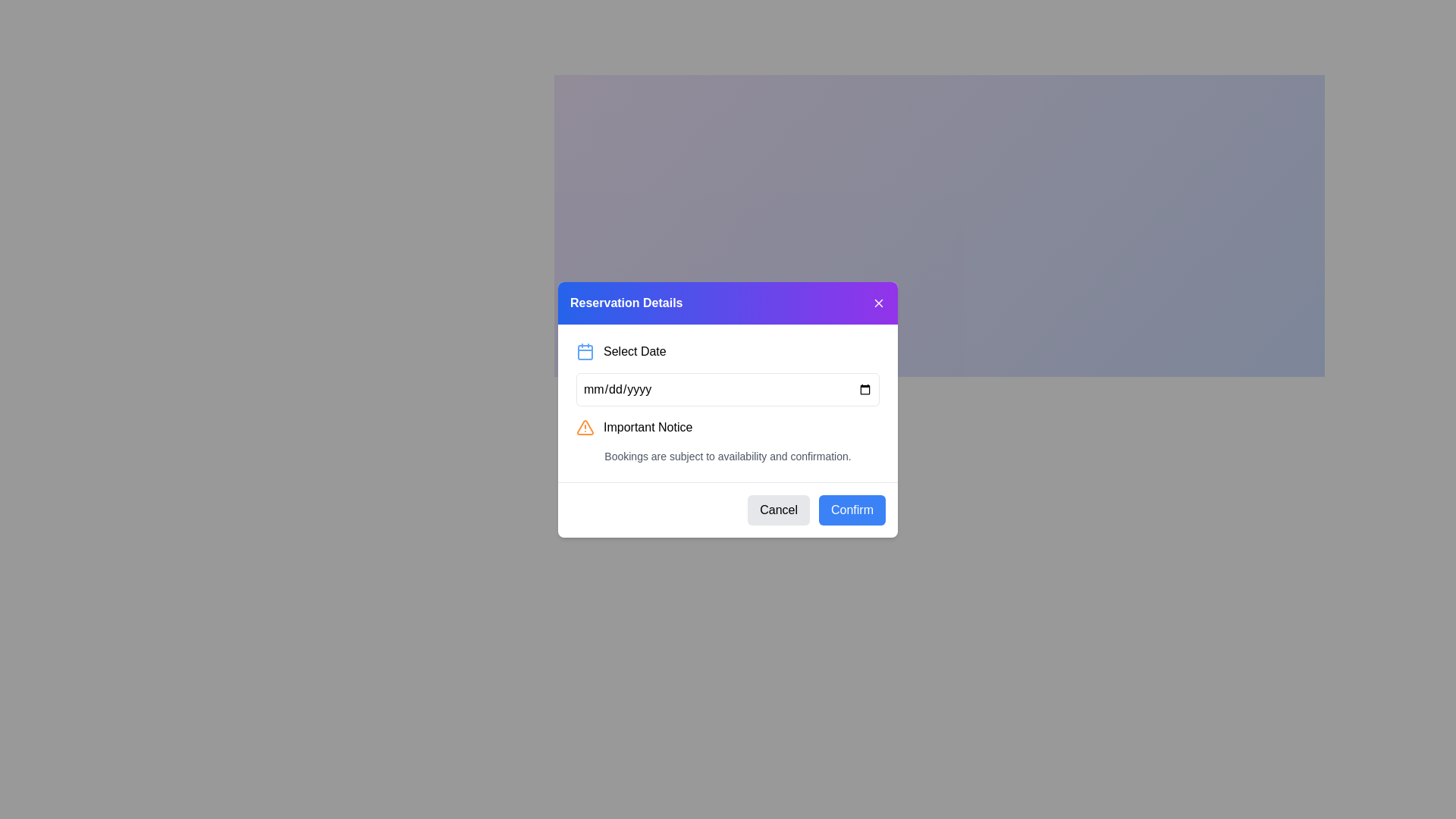 Image resolution: width=1456 pixels, height=819 pixels. Describe the element at coordinates (779, 510) in the screenshot. I see `the 'Cancel' button with rounded corners and a light gray background in the 'Reservation Details' modal` at that location.